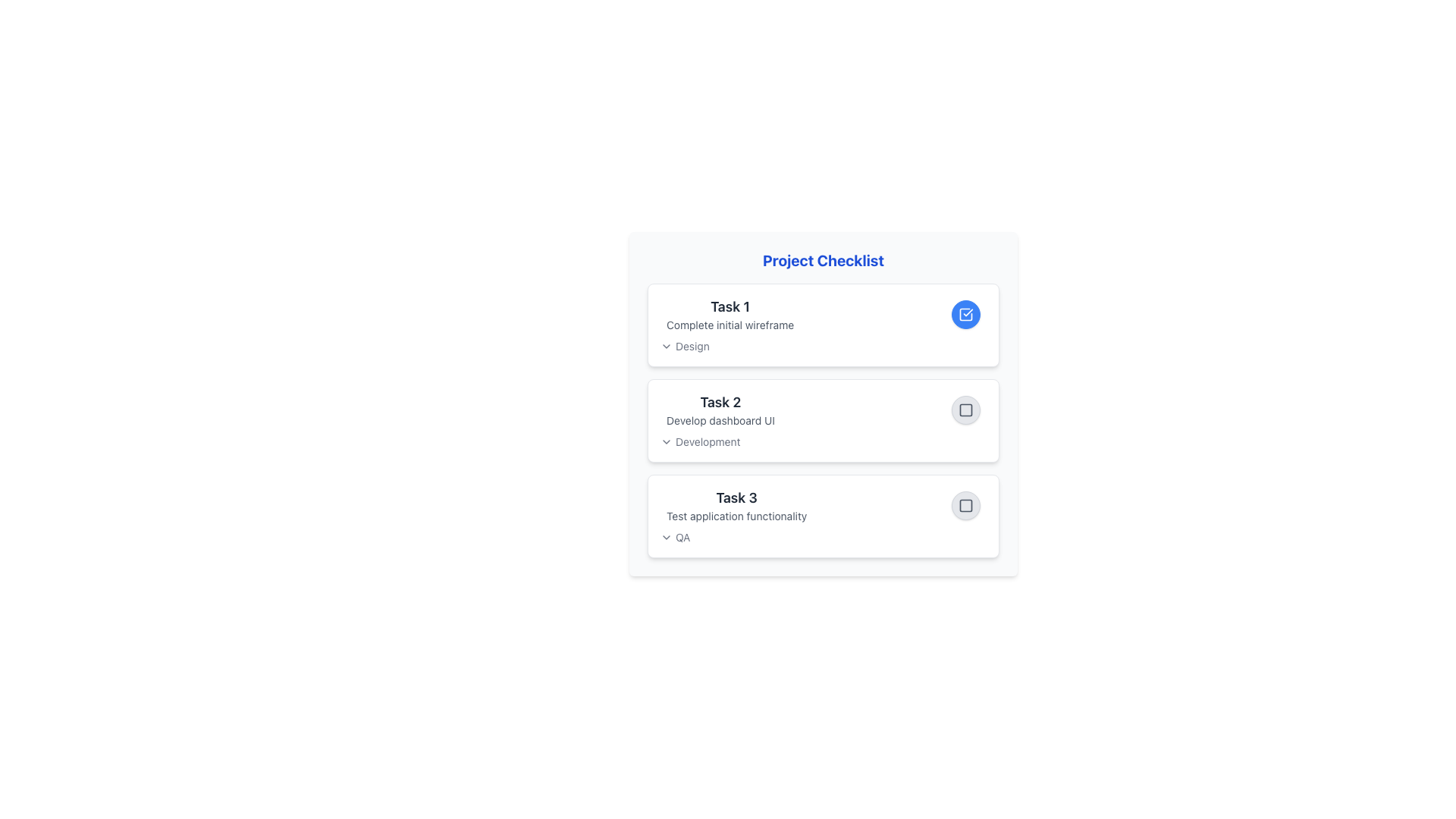 Image resolution: width=1456 pixels, height=819 pixels. Describe the element at coordinates (682, 537) in the screenshot. I see `and interpret the text label 'QA' which is horizontally aligned with a small graphical icon on its left, located in the third task section 'Task 3' under the 'Project Checklist'` at that location.